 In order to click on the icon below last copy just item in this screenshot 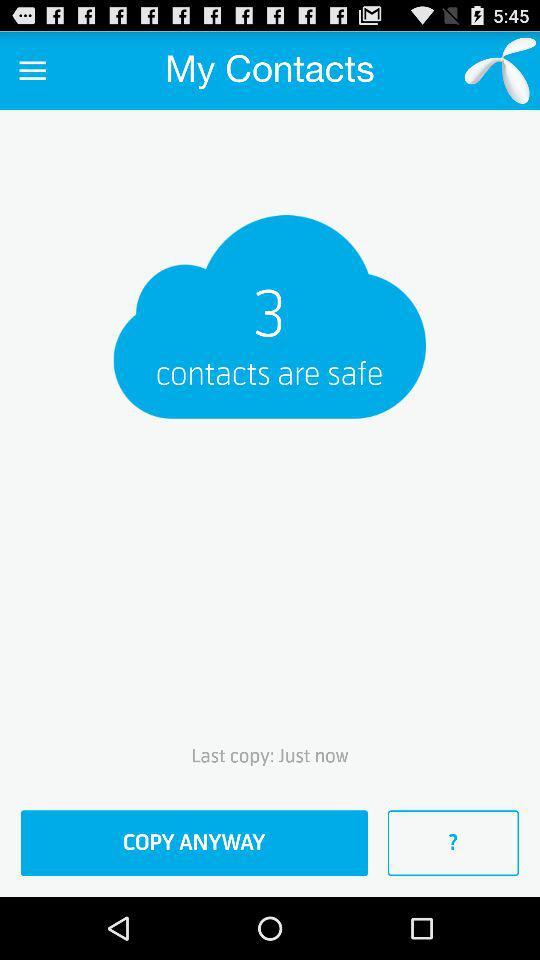, I will do `click(194, 842)`.